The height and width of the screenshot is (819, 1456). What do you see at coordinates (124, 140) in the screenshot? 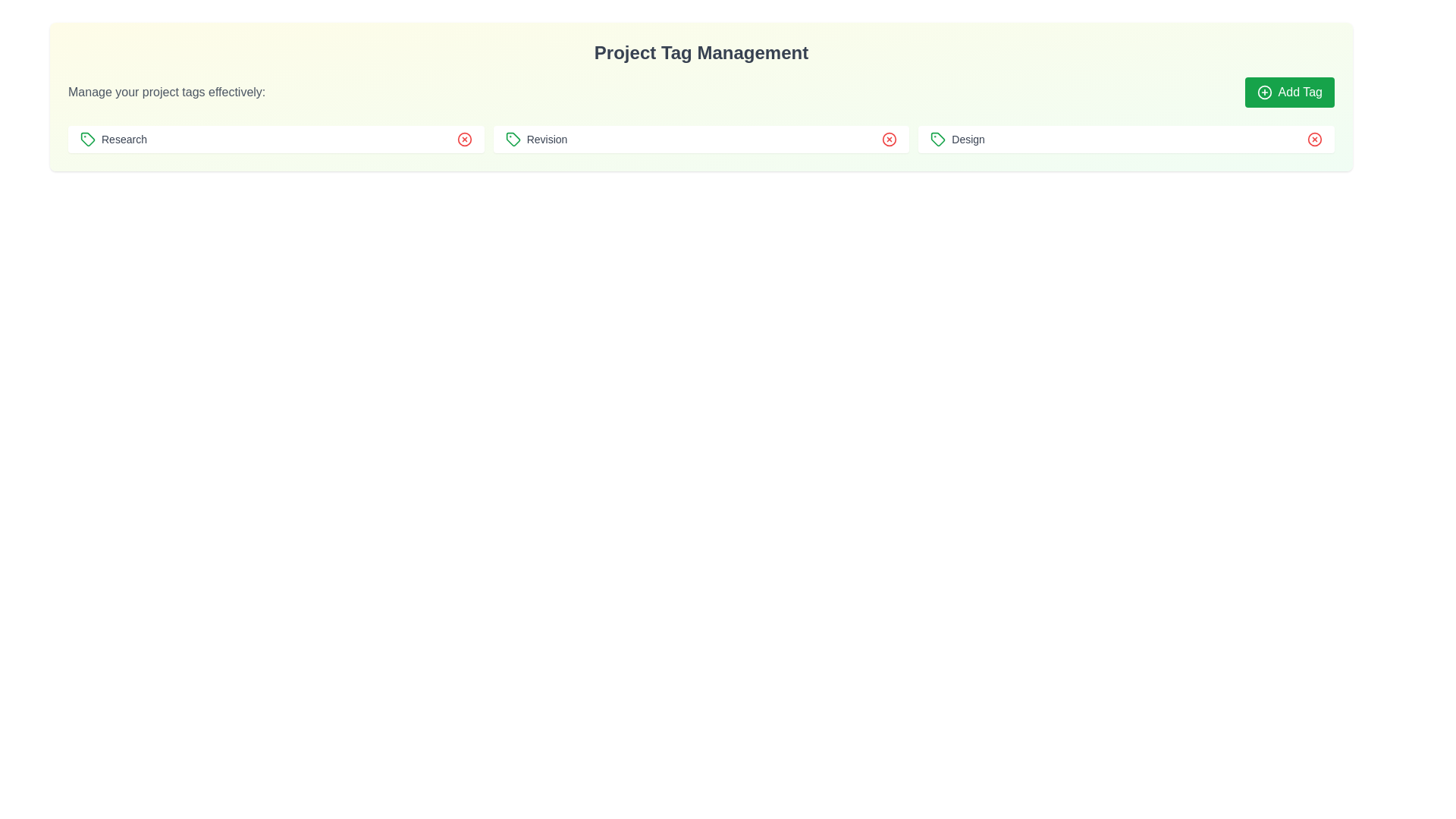
I see `the text label that displays the word 'Research' in gray font, located to the right of a green tag icon in the top-left area of the interface` at bounding box center [124, 140].